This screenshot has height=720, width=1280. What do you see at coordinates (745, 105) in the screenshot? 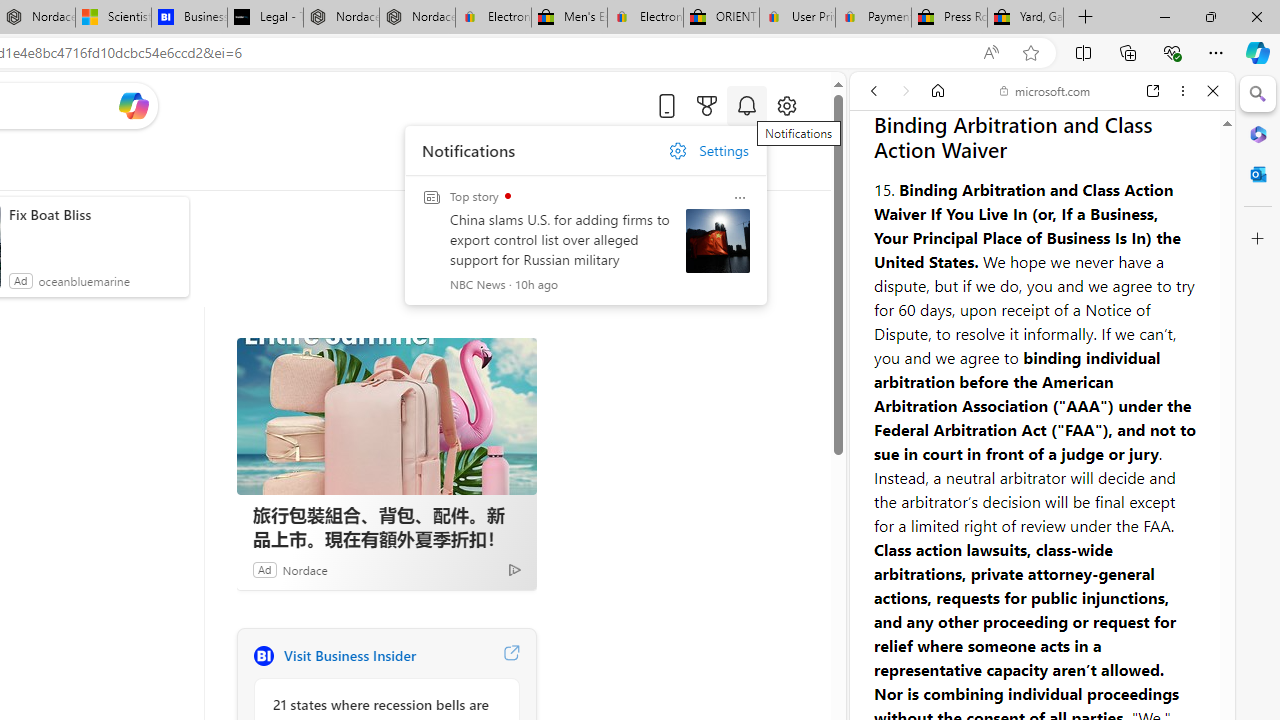
I see `'Notifications'` at bounding box center [745, 105].